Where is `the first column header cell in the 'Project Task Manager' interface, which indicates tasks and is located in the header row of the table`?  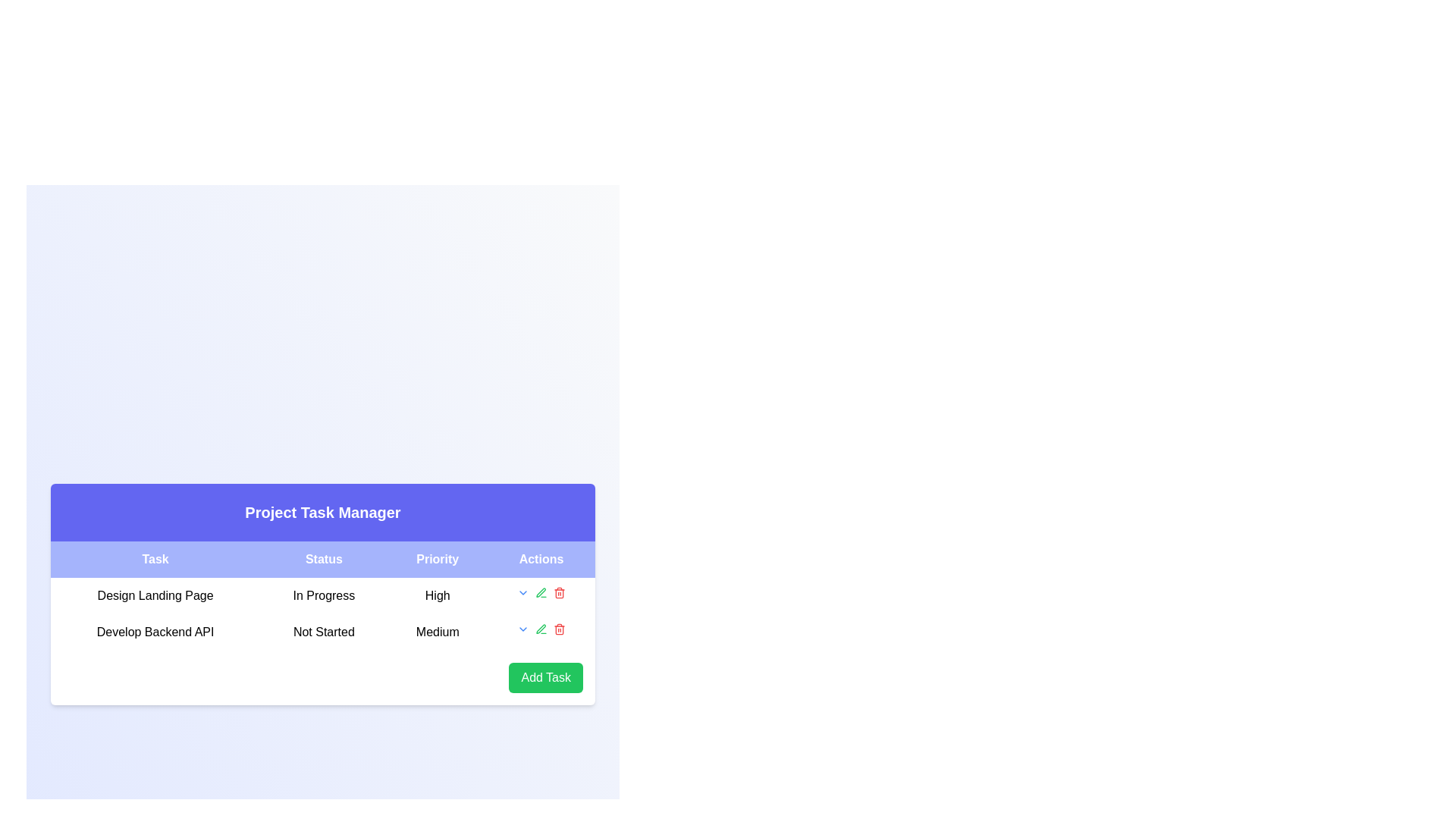 the first column header cell in the 'Project Task Manager' interface, which indicates tasks and is located in the header row of the table is located at coordinates (155, 559).